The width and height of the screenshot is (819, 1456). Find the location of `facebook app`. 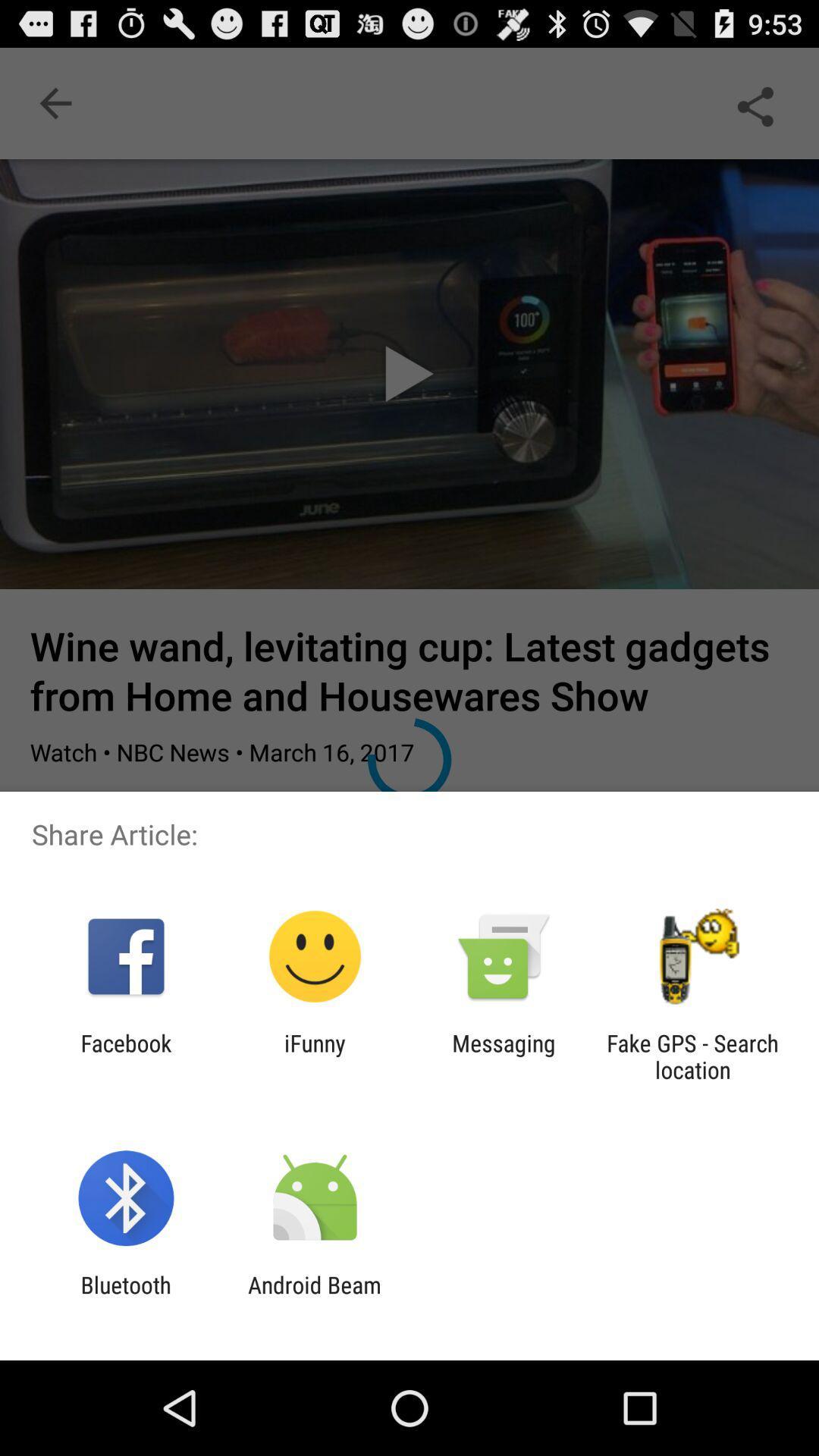

facebook app is located at coordinates (125, 1056).